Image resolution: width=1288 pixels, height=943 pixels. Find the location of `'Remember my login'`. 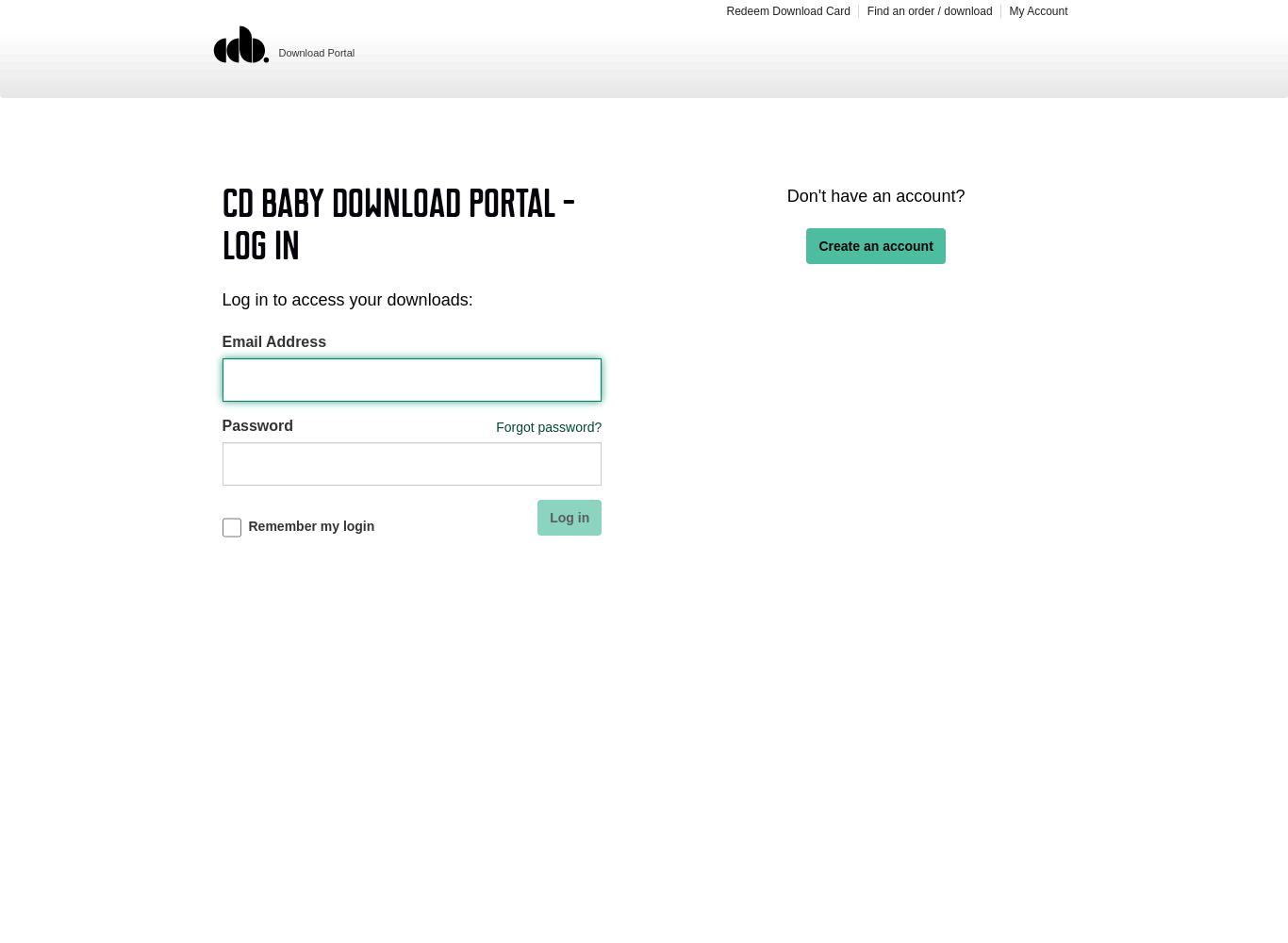

'Remember my login' is located at coordinates (247, 526).